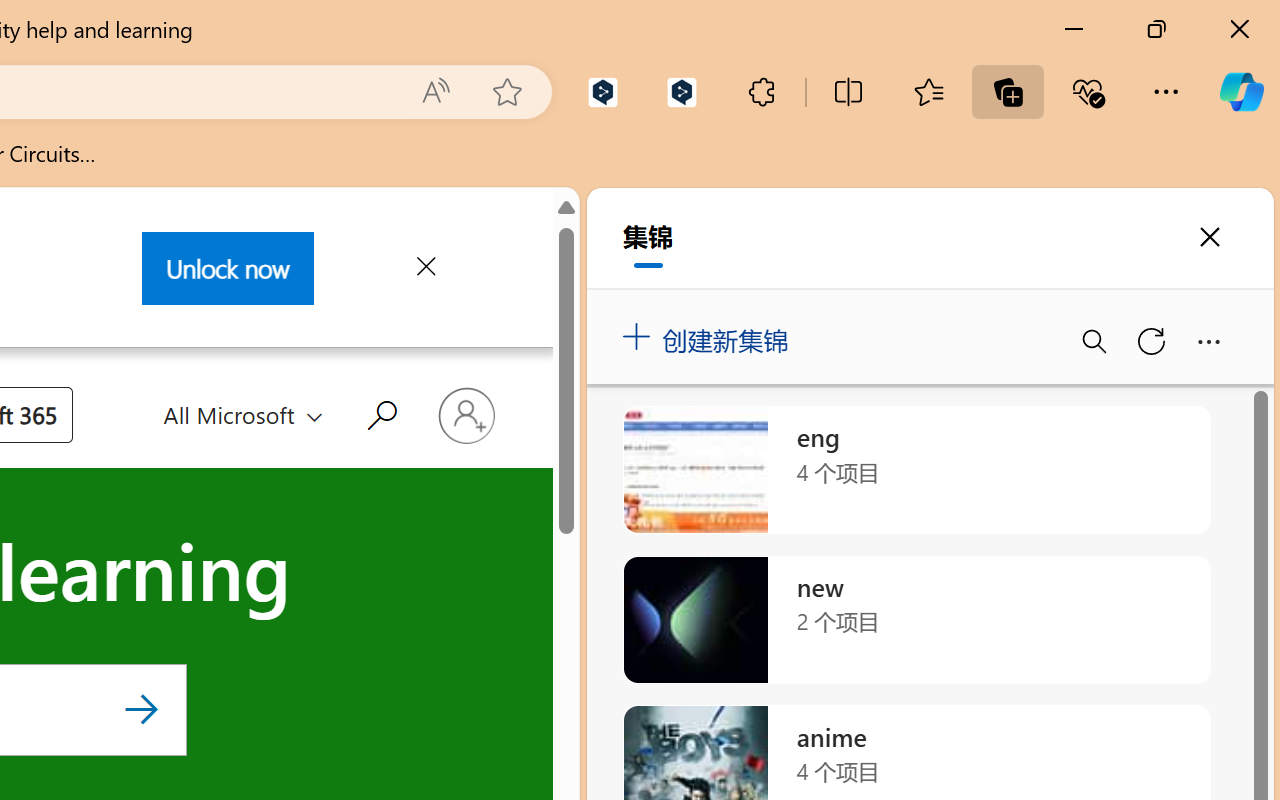 The width and height of the screenshot is (1280, 800). I want to click on 'Copilot (Ctrl+Shift+.)', so click(1240, 91).